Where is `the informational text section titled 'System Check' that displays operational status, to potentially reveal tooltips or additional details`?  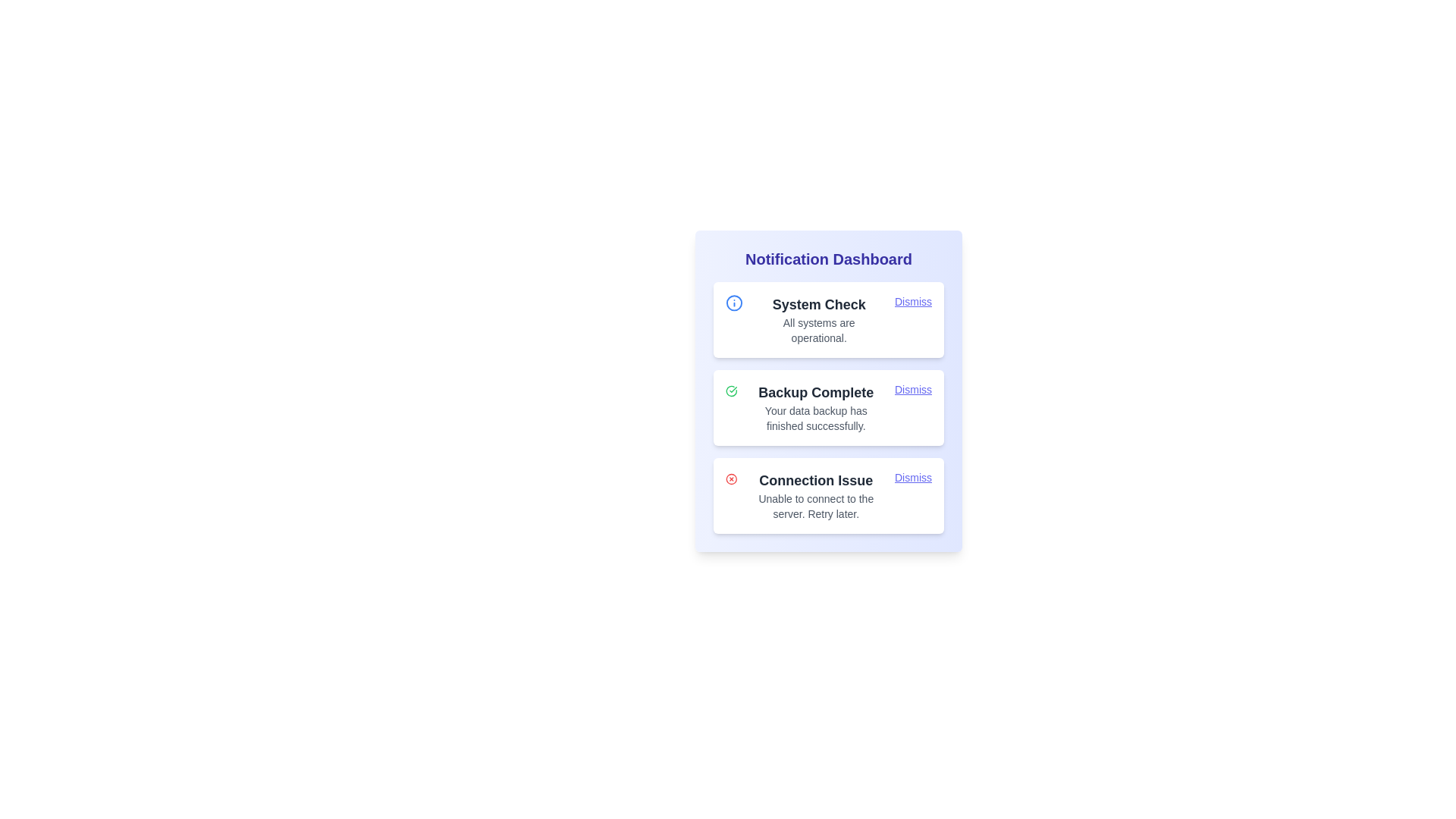 the informational text section titled 'System Check' that displays operational status, to potentially reveal tooltips or additional details is located at coordinates (818, 318).